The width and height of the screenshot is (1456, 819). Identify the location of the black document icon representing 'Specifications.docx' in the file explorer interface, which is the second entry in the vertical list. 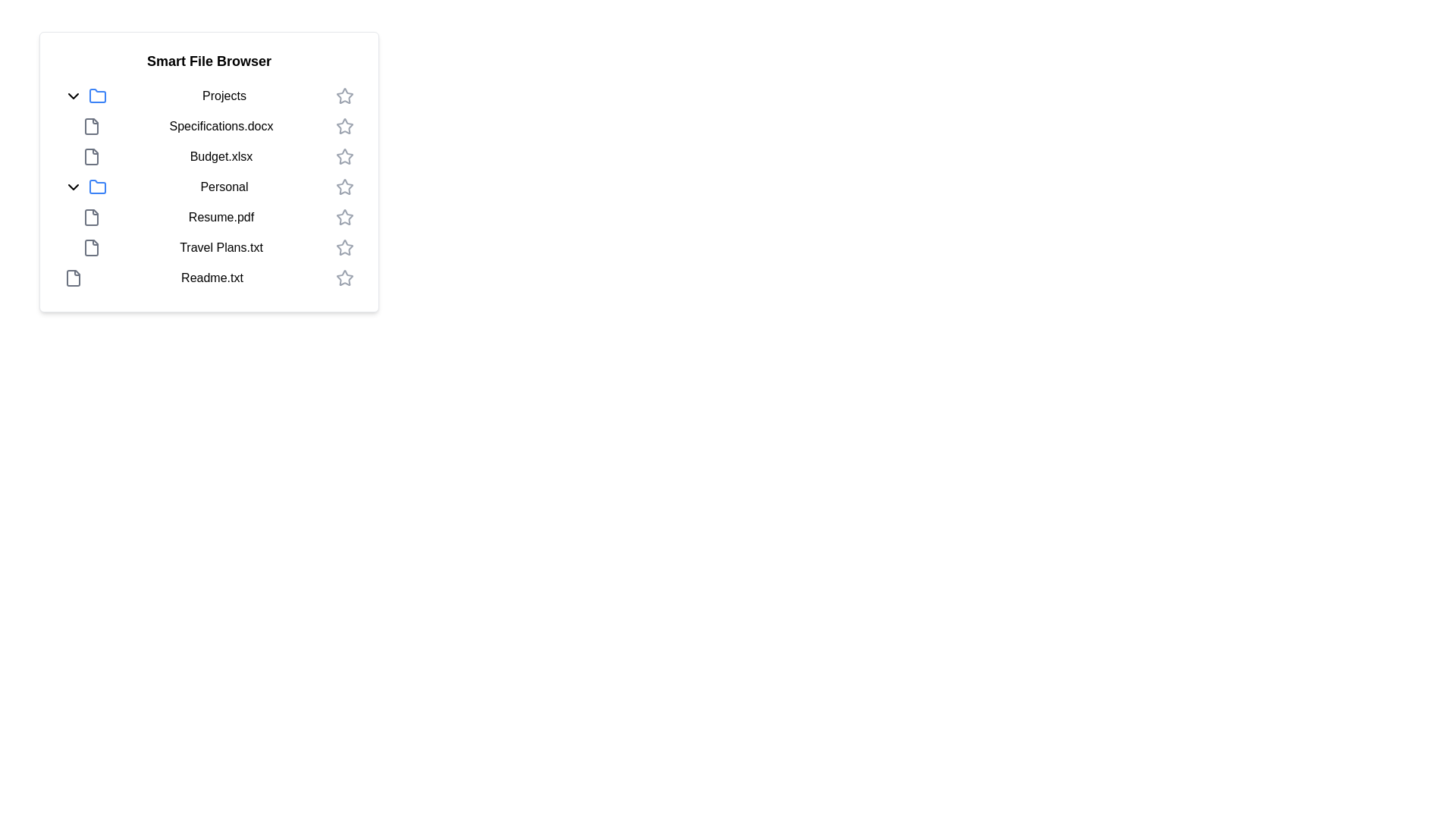
(90, 125).